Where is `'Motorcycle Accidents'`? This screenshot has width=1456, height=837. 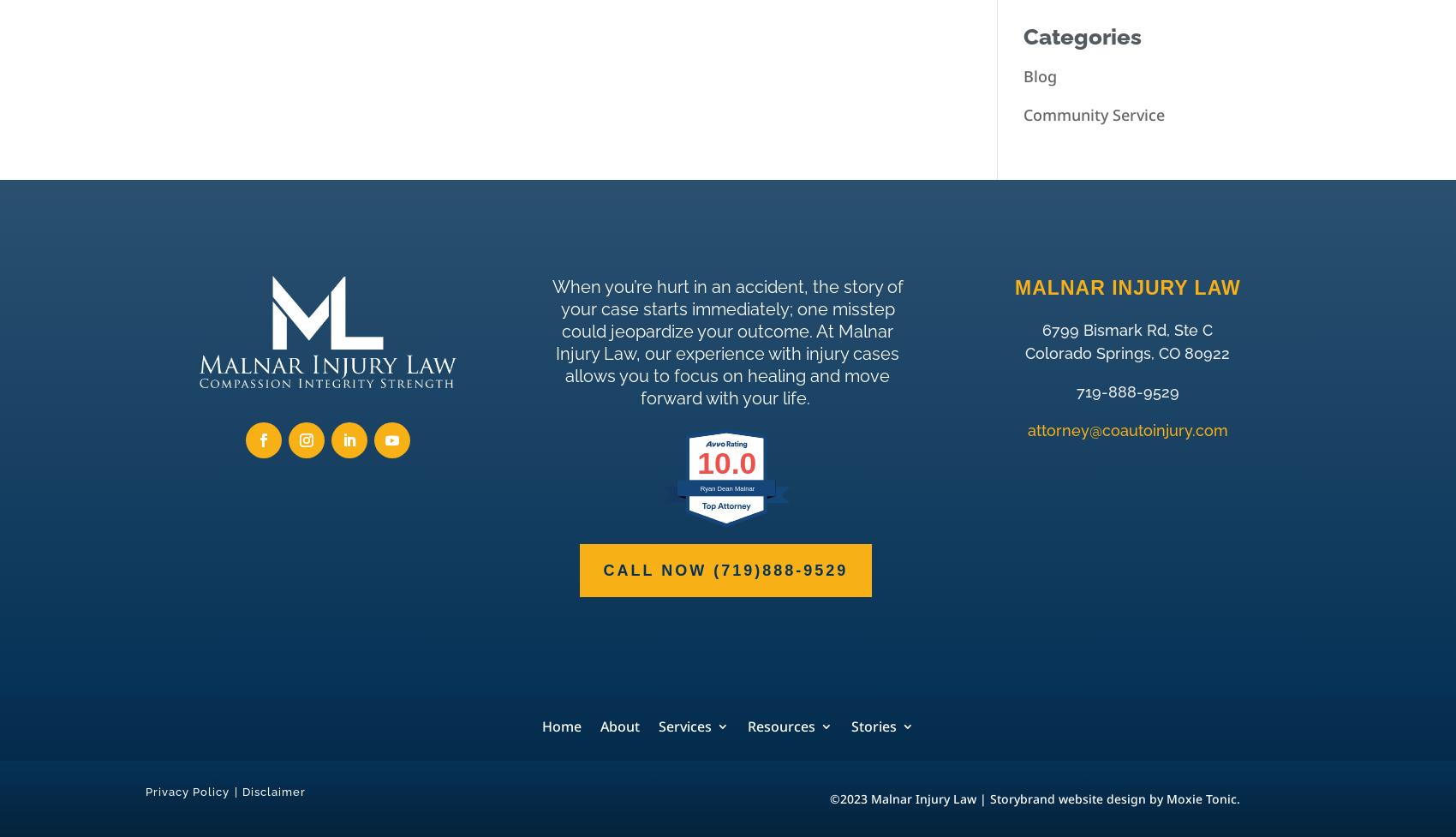
'Motorcycle Accidents' is located at coordinates (719, 519).